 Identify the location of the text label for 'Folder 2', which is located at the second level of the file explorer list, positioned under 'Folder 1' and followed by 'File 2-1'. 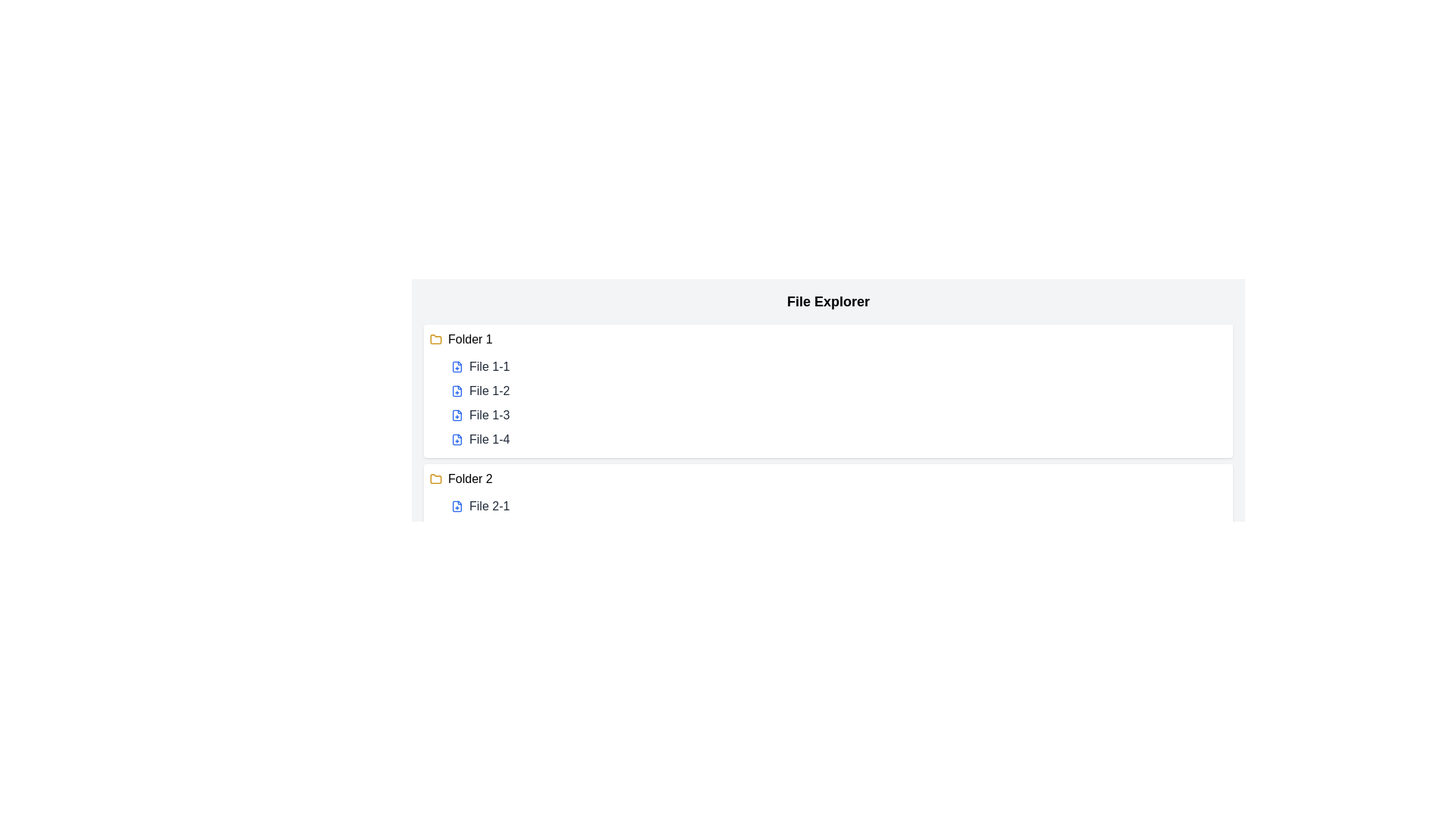
(469, 479).